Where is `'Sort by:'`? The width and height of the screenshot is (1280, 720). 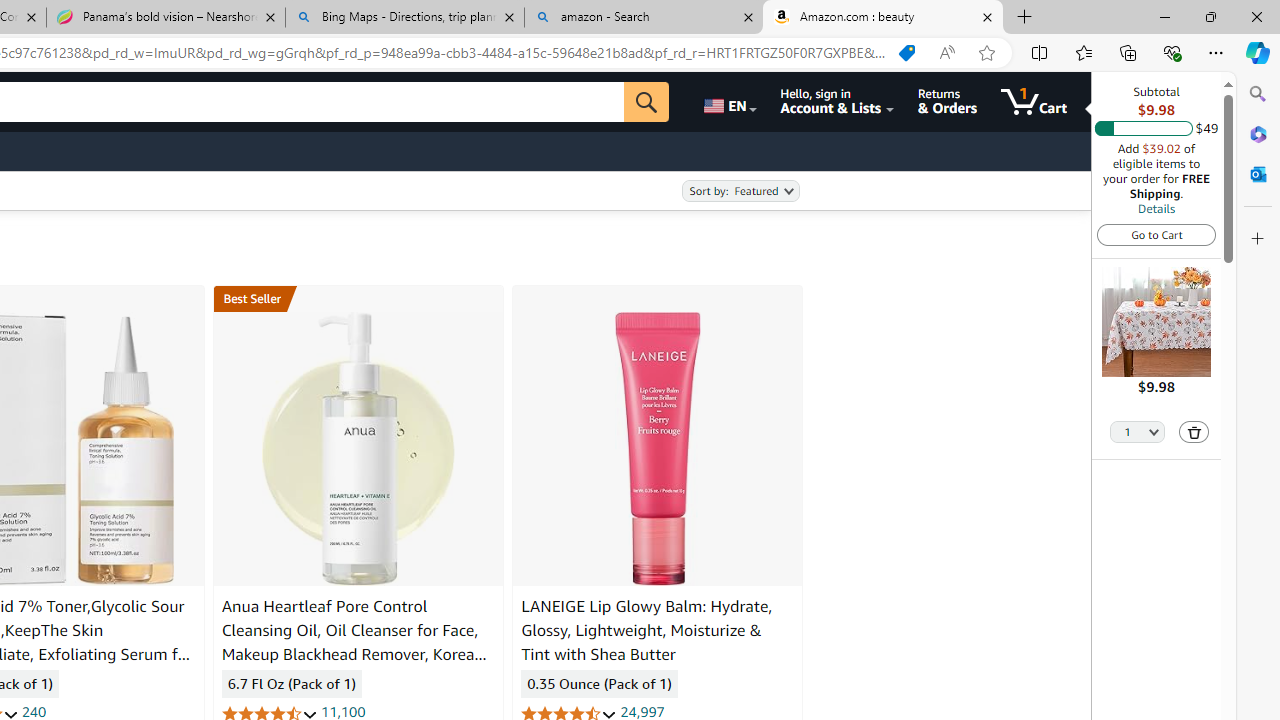 'Sort by:' is located at coordinates (739, 191).